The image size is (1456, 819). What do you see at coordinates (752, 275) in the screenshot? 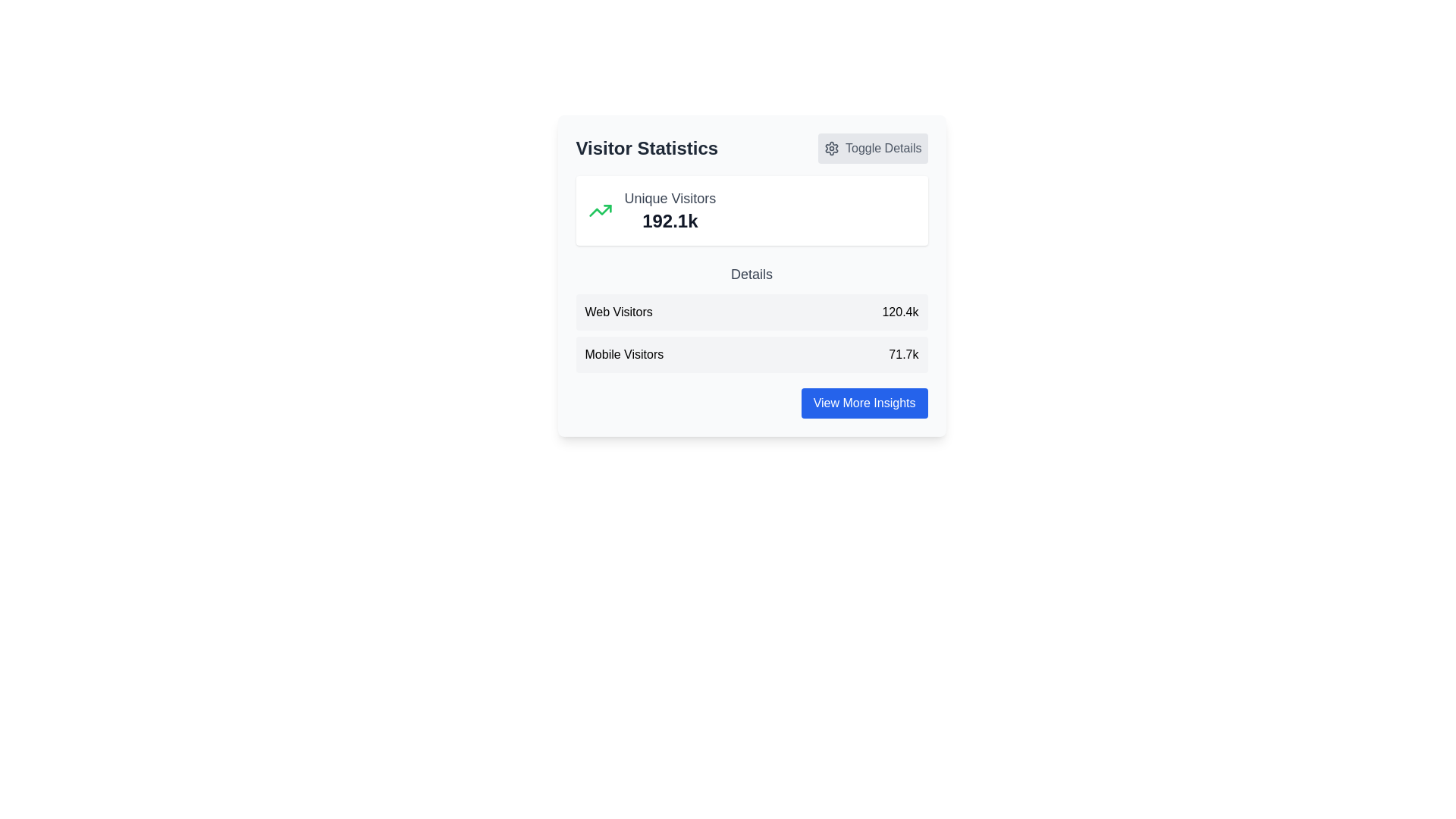
I see `the Text Label that indicates the beginning or context of the data shown below it, positioned above 'Web Visitors' and 'Mobile Visitors'` at bounding box center [752, 275].